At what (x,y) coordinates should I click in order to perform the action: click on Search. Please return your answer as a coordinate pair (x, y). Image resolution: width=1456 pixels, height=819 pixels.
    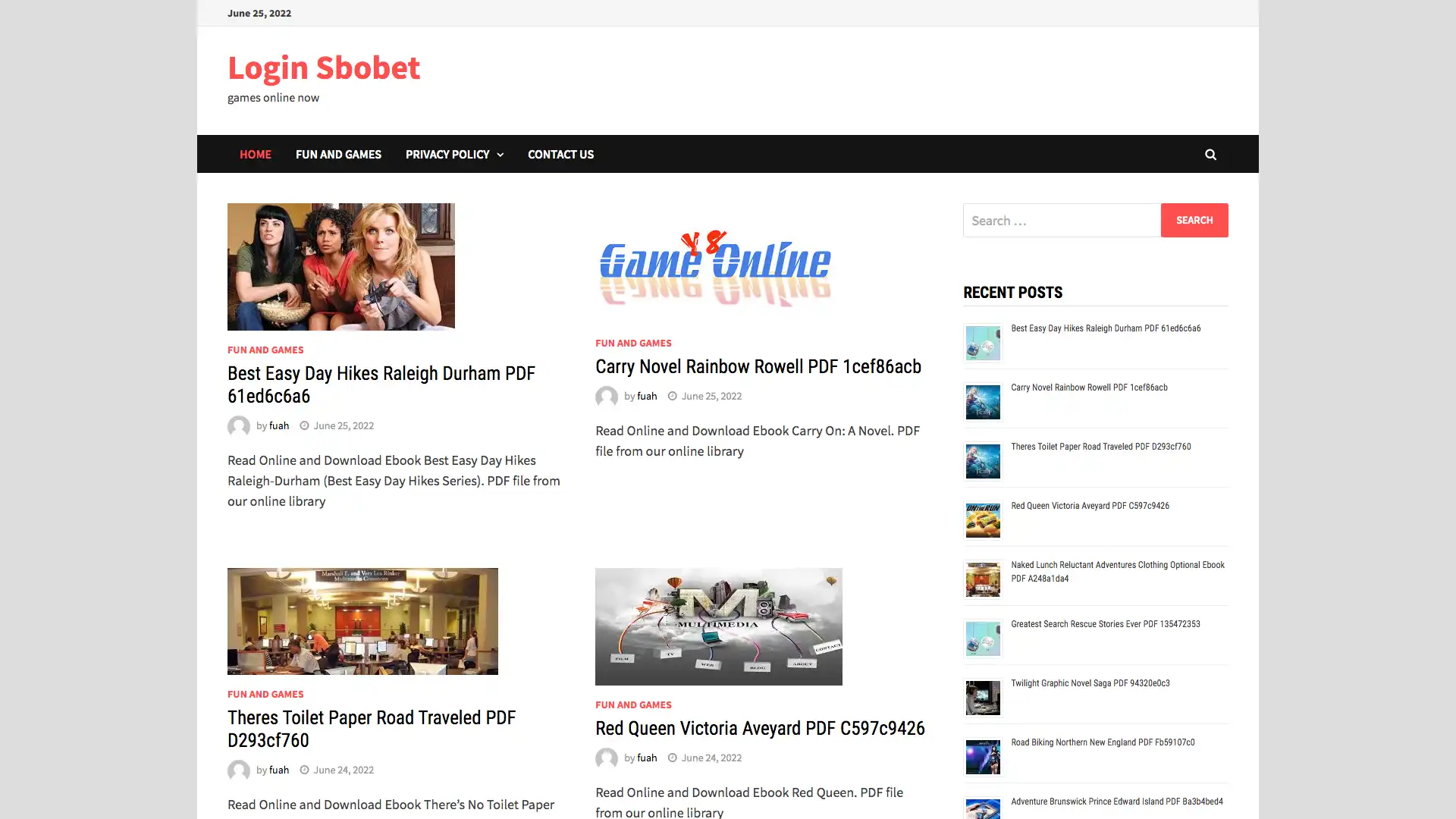
    Looking at the image, I should click on (1194, 219).